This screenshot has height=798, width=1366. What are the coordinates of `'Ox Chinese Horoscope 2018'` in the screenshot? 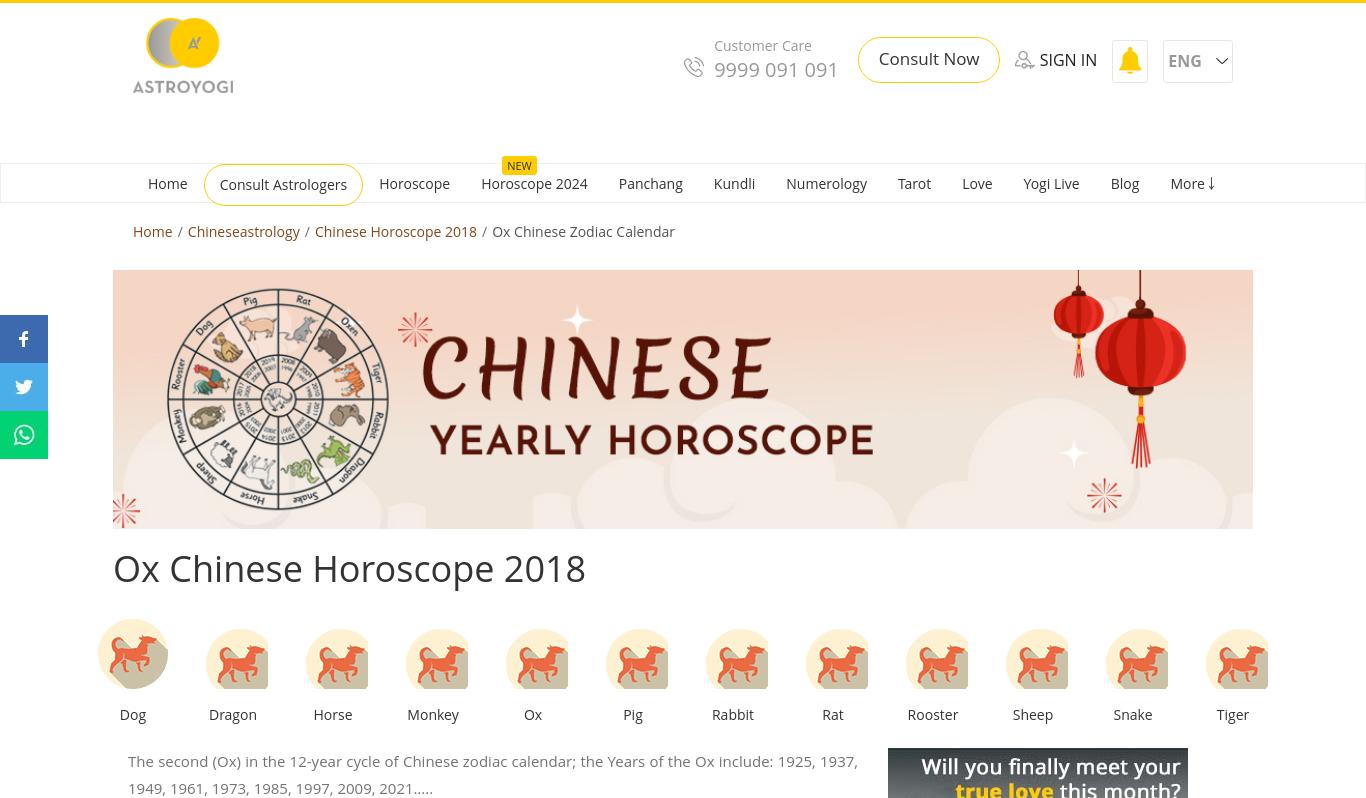 It's located at (348, 568).